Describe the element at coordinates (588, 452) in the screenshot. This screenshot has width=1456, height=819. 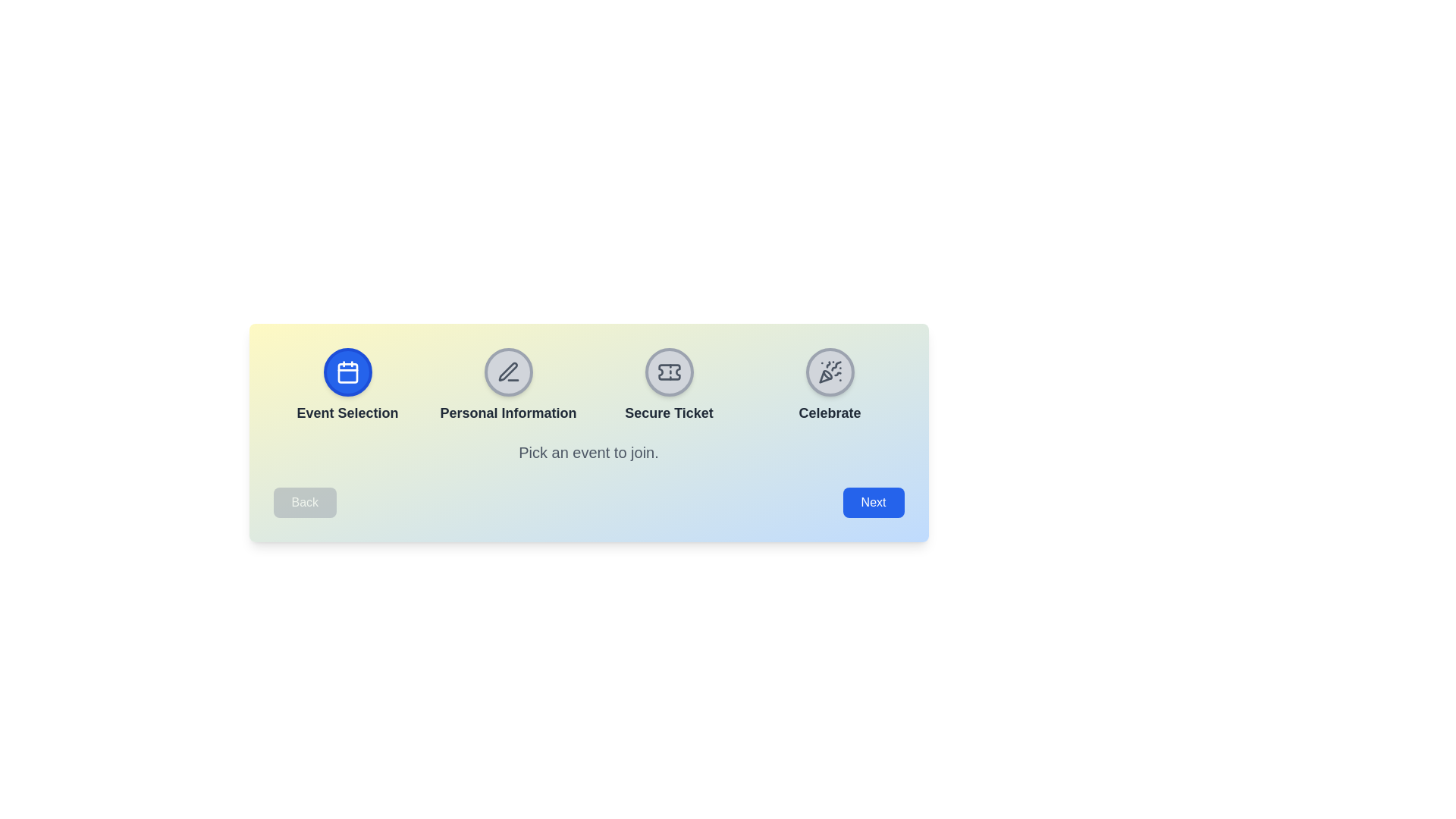
I see `the description text of the current step for better visibility` at that location.